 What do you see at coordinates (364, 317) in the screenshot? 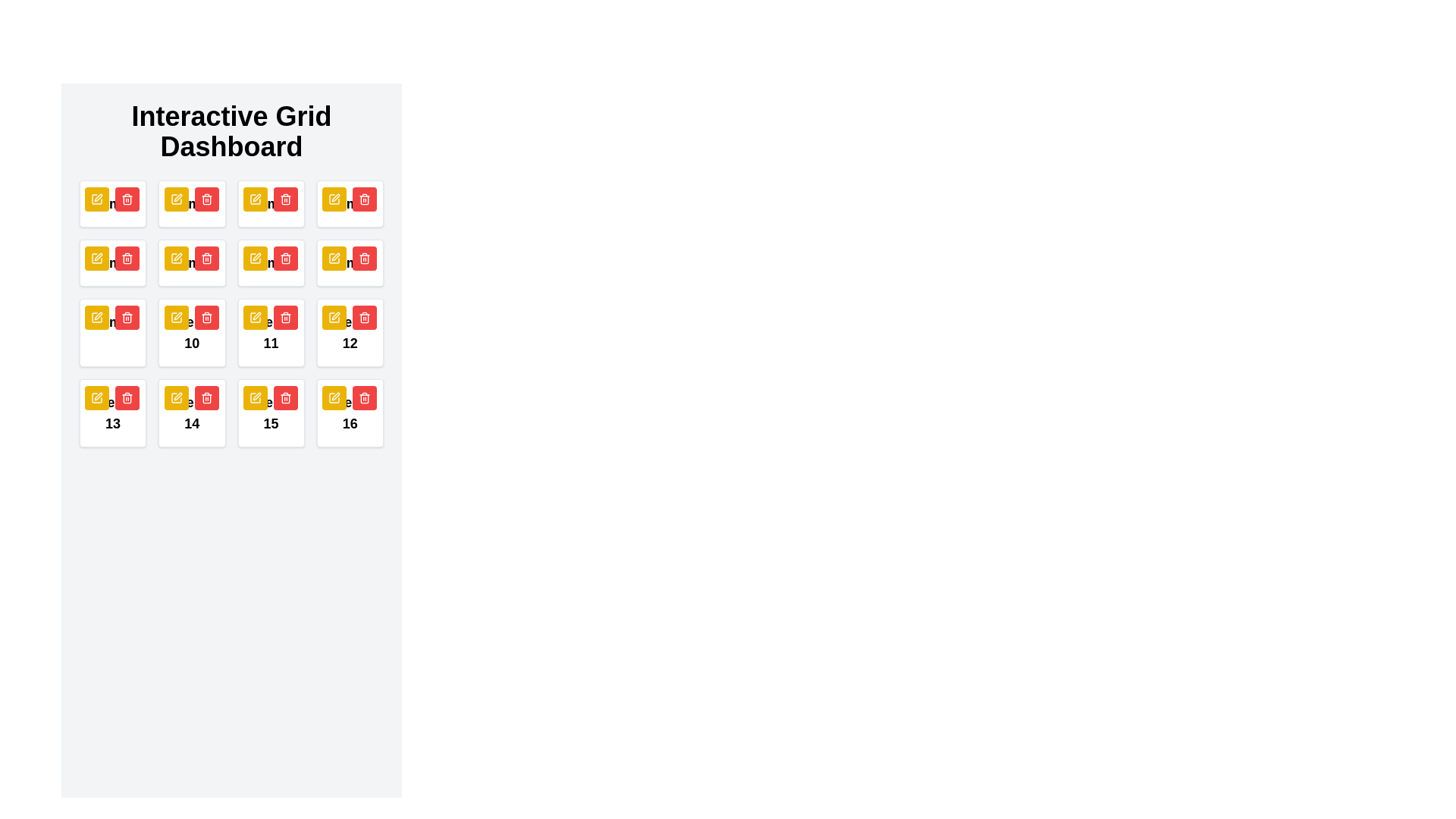
I see `the red trash icon located on the right side of the fourth row in the 'Interactive Grid Dashboard'` at bounding box center [364, 317].